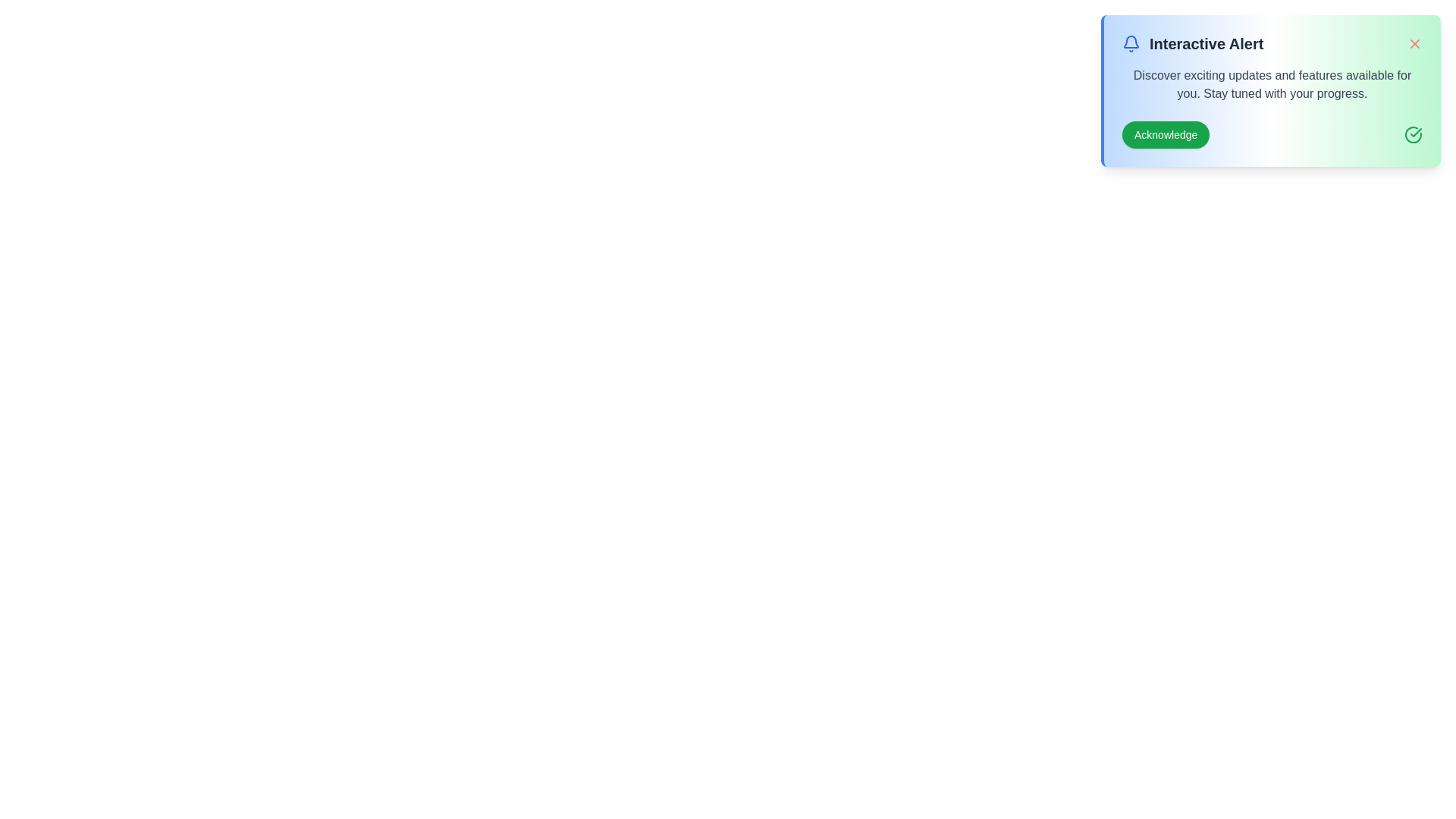 This screenshot has height=819, width=1456. What do you see at coordinates (1164, 133) in the screenshot?
I see `the 'Acknowledge' button to acknowledge the alert` at bounding box center [1164, 133].